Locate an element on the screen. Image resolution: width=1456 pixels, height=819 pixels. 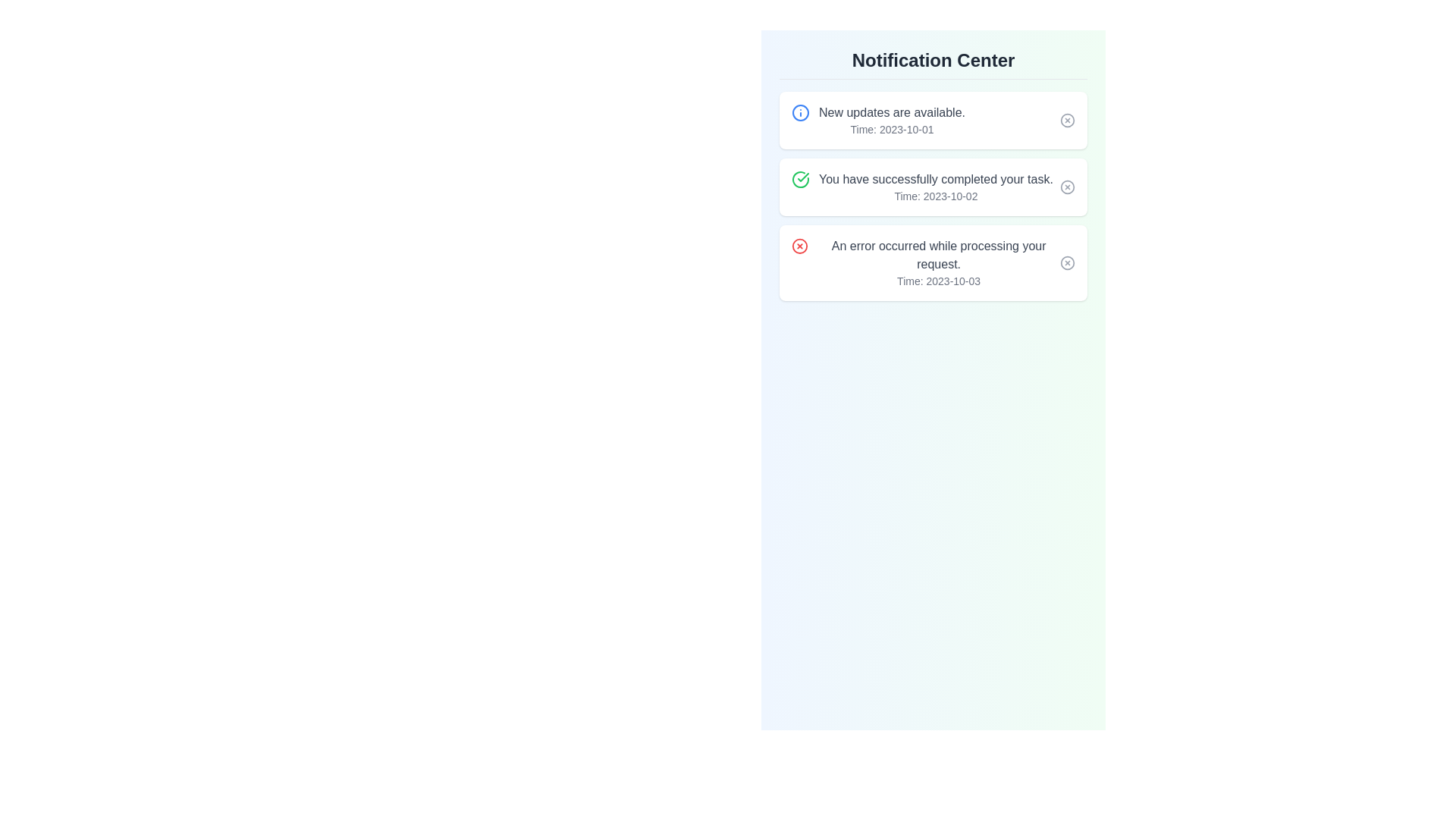
the text label that states 'You have successfully completed your task.' which is styled in gray color and located in the second notification card is located at coordinates (935, 178).